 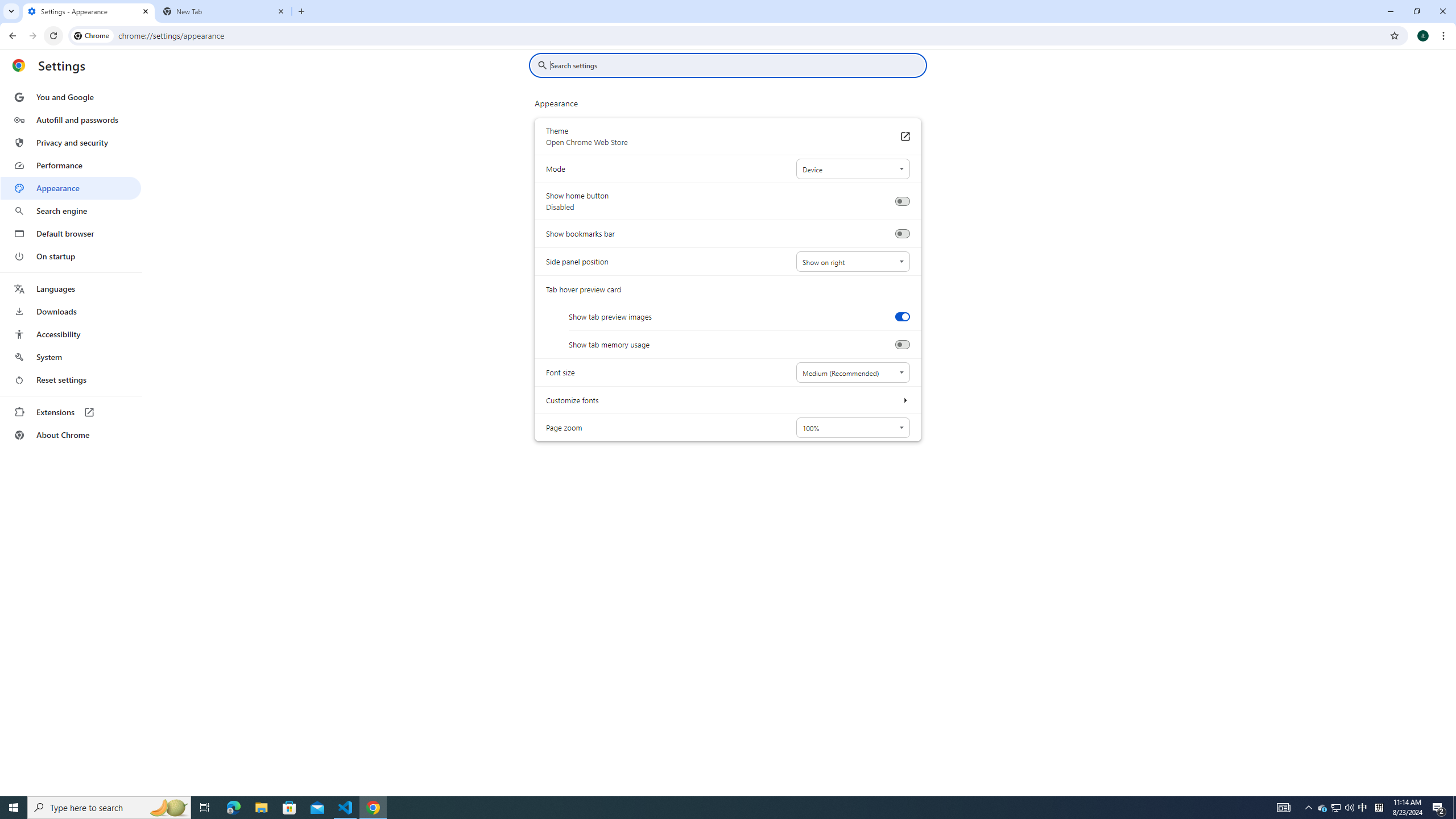 What do you see at coordinates (70, 379) in the screenshot?
I see `'Reset settings'` at bounding box center [70, 379].